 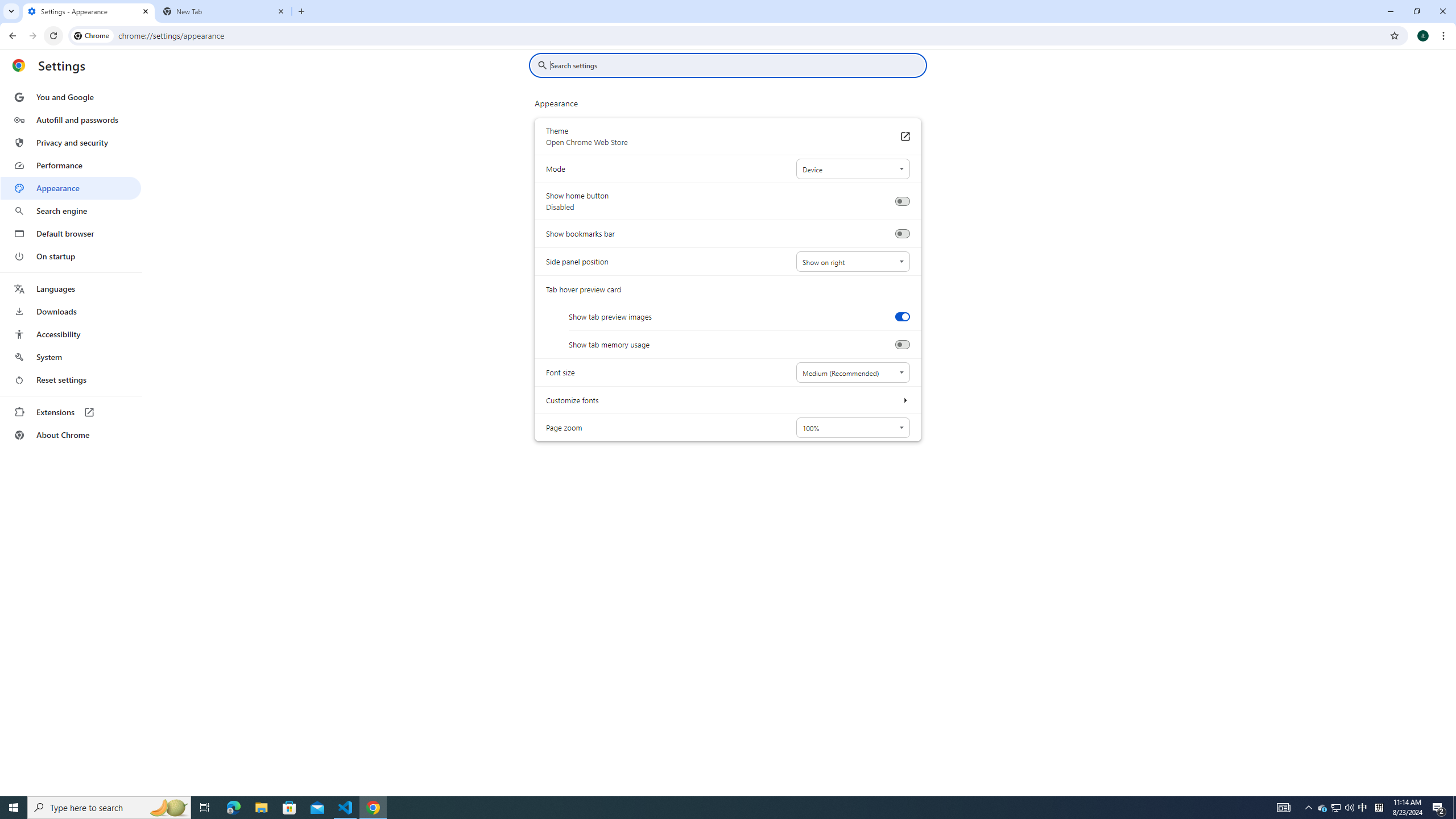 What do you see at coordinates (70, 379) in the screenshot?
I see `'Reset settings'` at bounding box center [70, 379].